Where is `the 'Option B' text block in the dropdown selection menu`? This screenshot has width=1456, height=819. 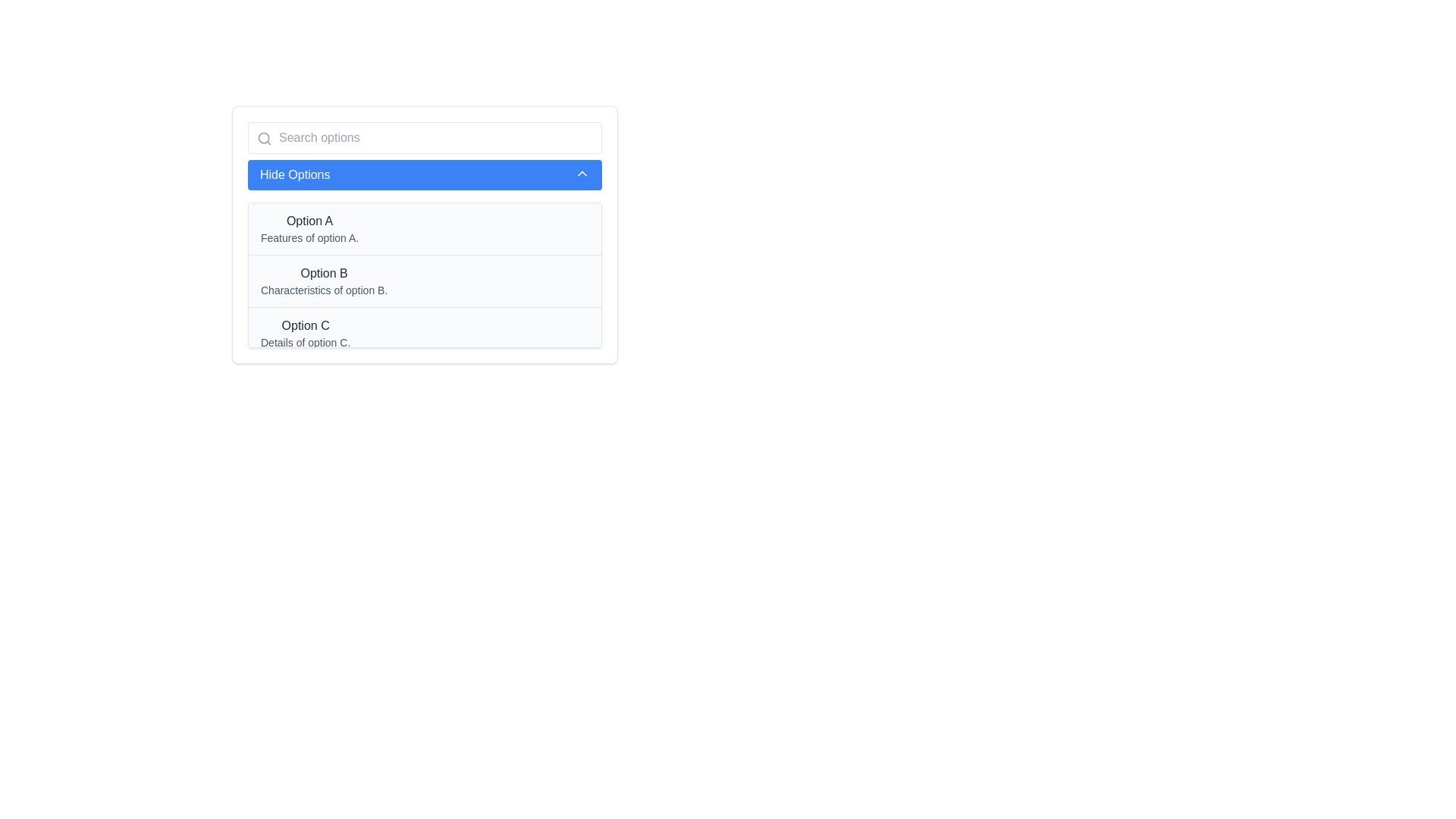 the 'Option B' text block in the dropdown selection menu is located at coordinates (323, 281).